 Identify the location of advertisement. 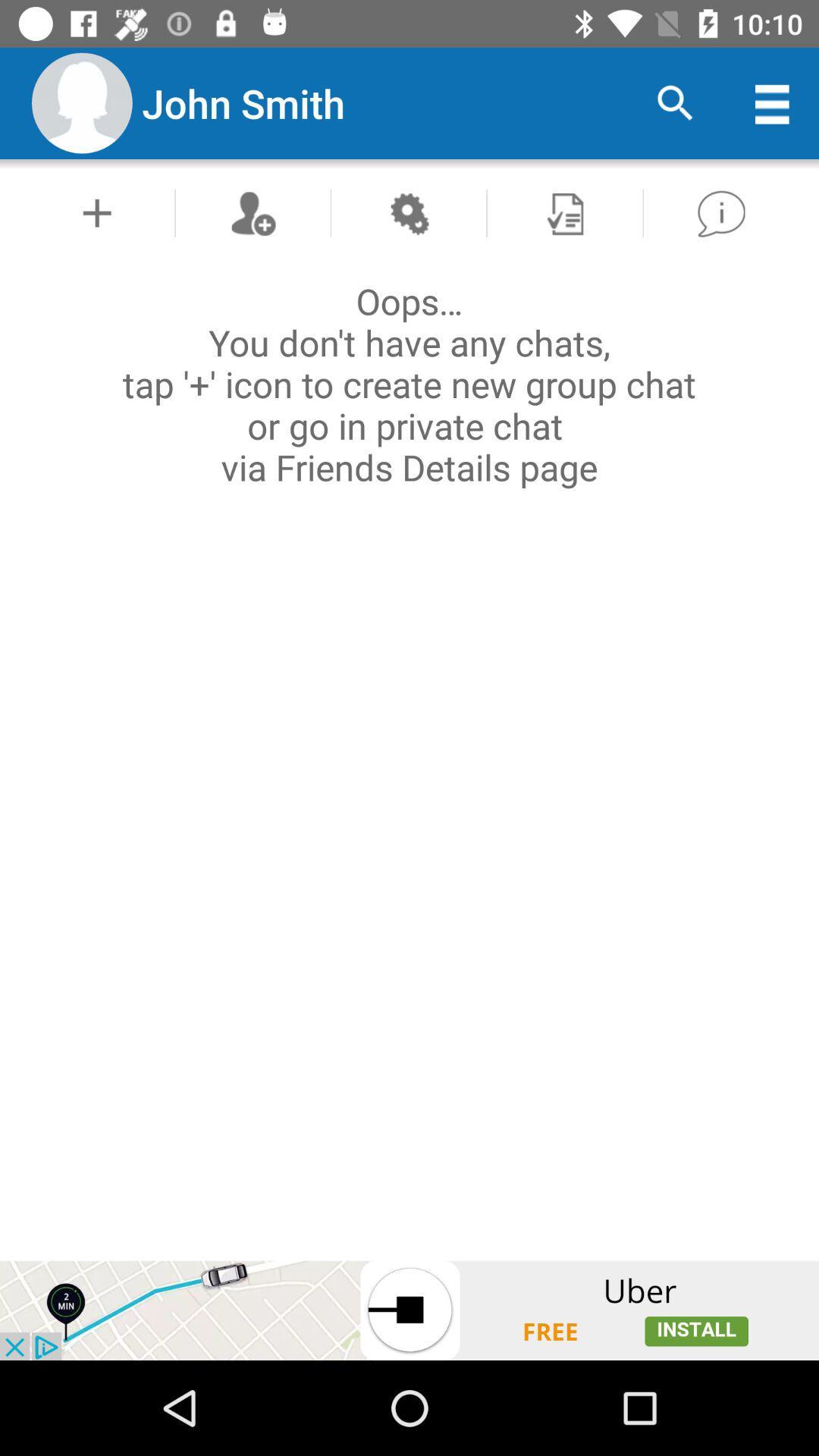
(409, 1310).